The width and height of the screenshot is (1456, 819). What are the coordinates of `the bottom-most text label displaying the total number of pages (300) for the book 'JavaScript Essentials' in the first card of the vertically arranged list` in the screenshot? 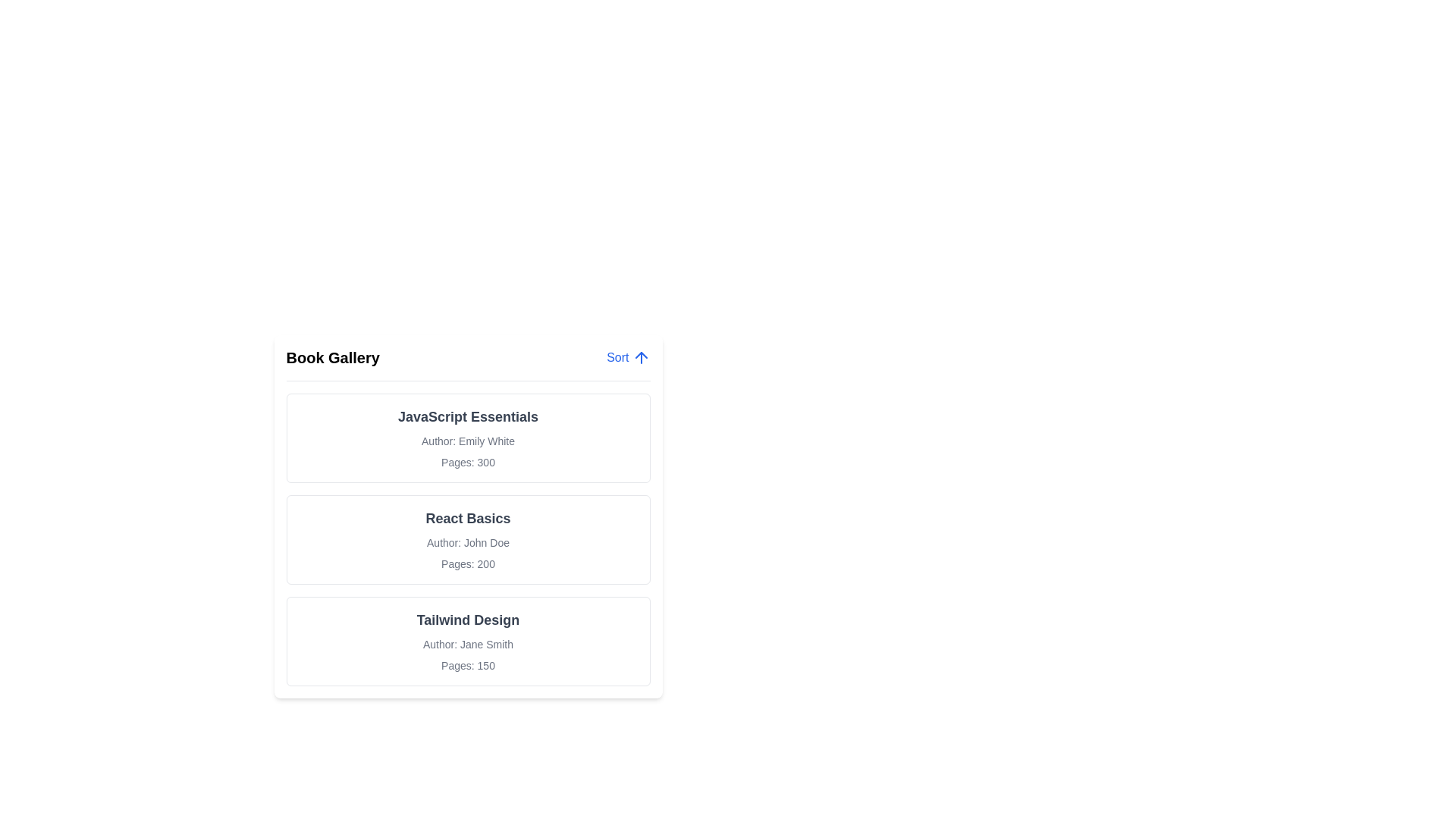 It's located at (467, 461).